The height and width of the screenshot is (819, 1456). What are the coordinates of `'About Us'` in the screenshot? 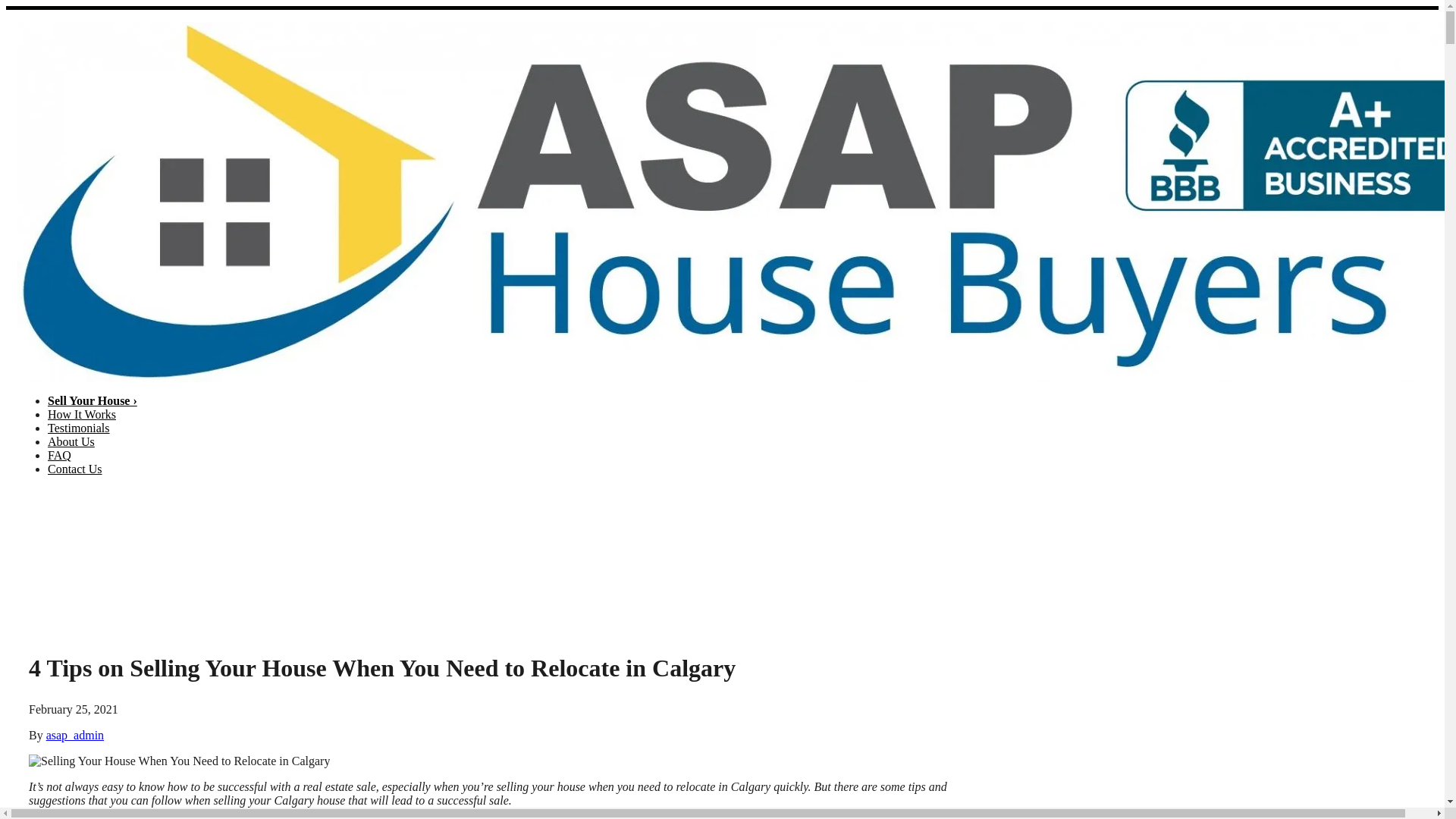 It's located at (71, 441).